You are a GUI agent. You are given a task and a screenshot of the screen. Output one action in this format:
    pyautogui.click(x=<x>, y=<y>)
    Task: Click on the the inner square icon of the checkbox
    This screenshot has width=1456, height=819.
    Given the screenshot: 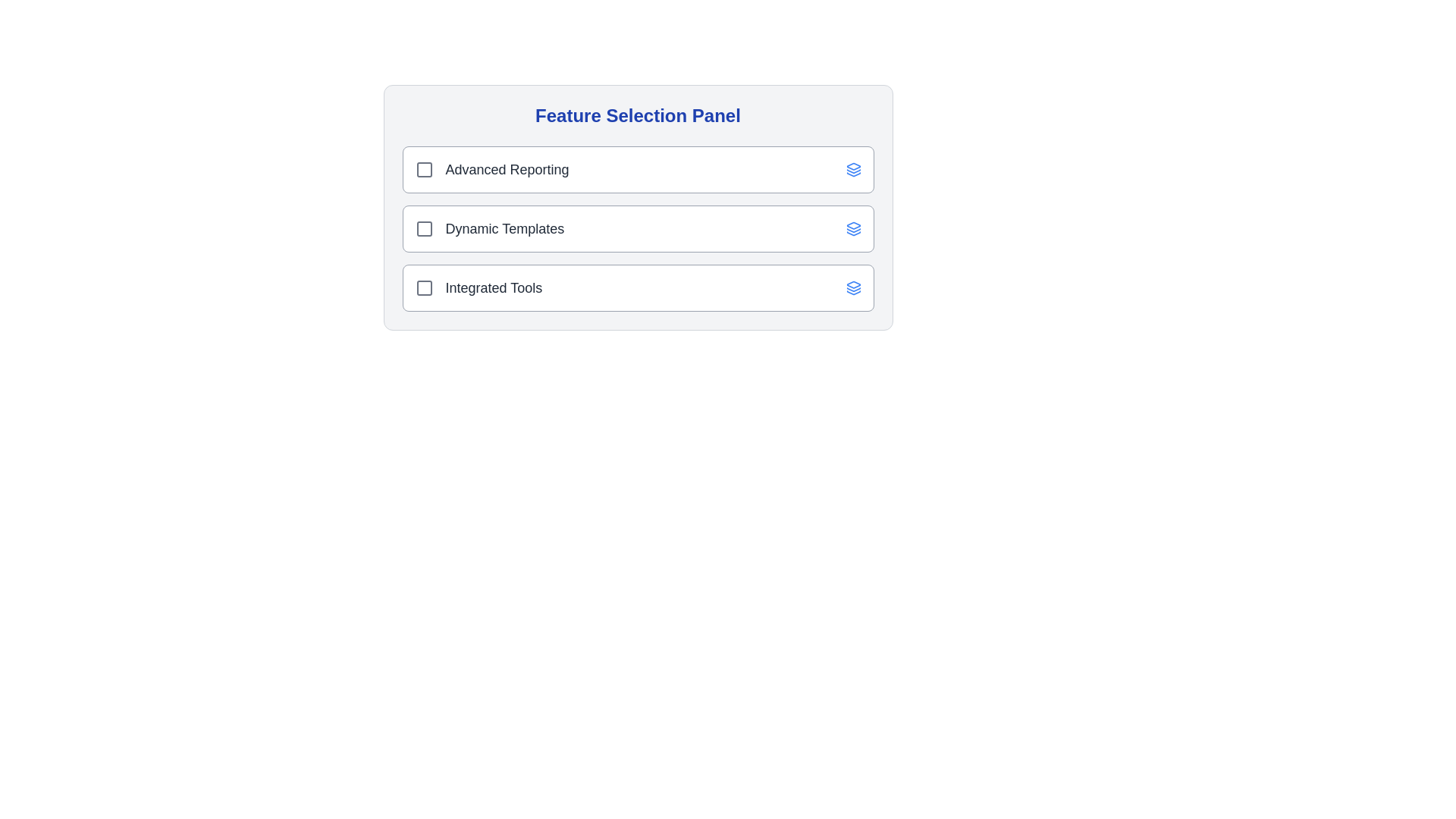 What is the action you would take?
    pyautogui.click(x=424, y=288)
    